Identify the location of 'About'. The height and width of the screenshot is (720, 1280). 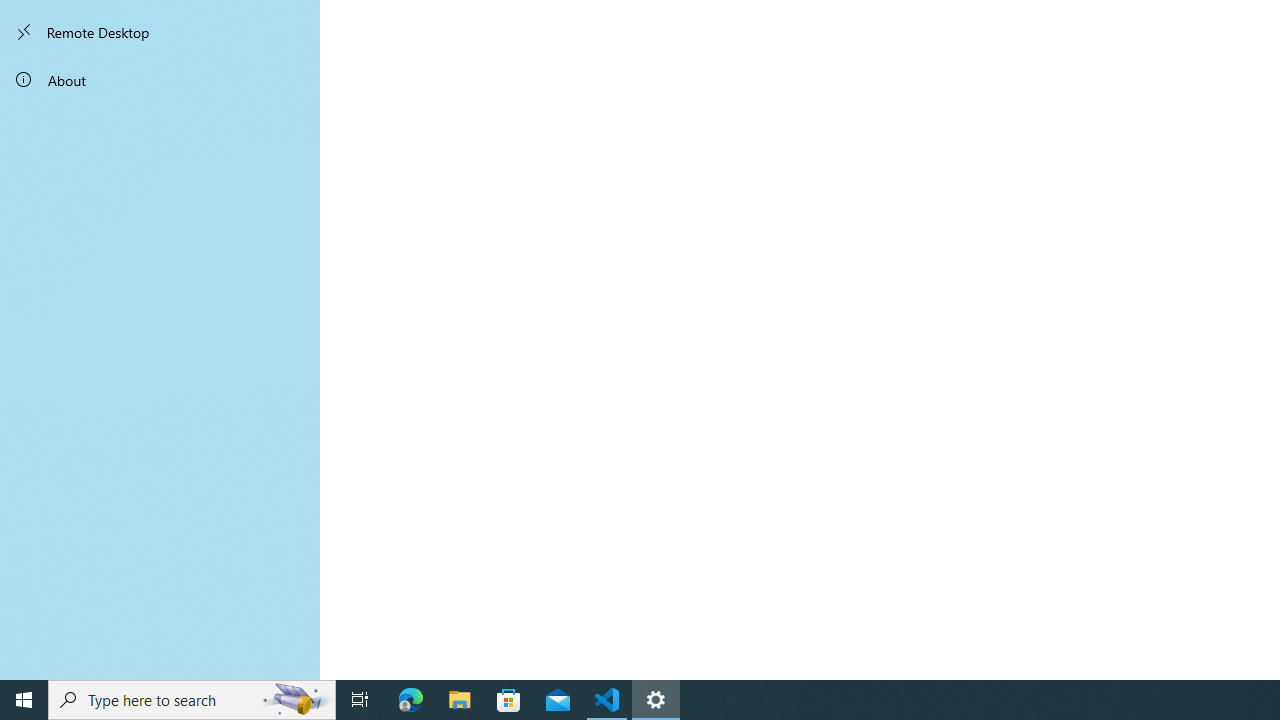
(160, 78).